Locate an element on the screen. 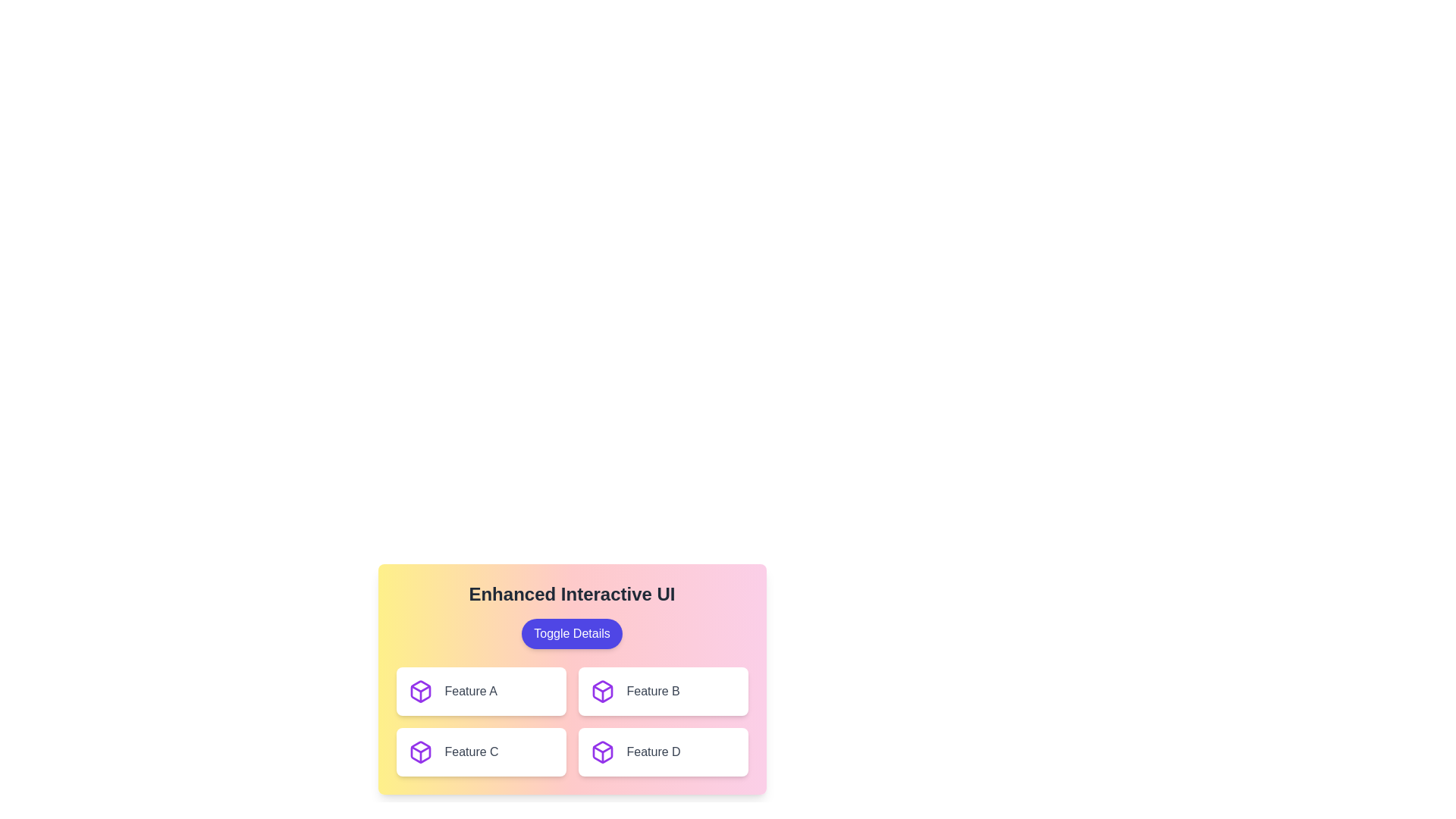 This screenshot has height=819, width=1456. the decorative icon located in the top-left section of the grid layout, which visually represents 'Feature A' is located at coordinates (420, 691).